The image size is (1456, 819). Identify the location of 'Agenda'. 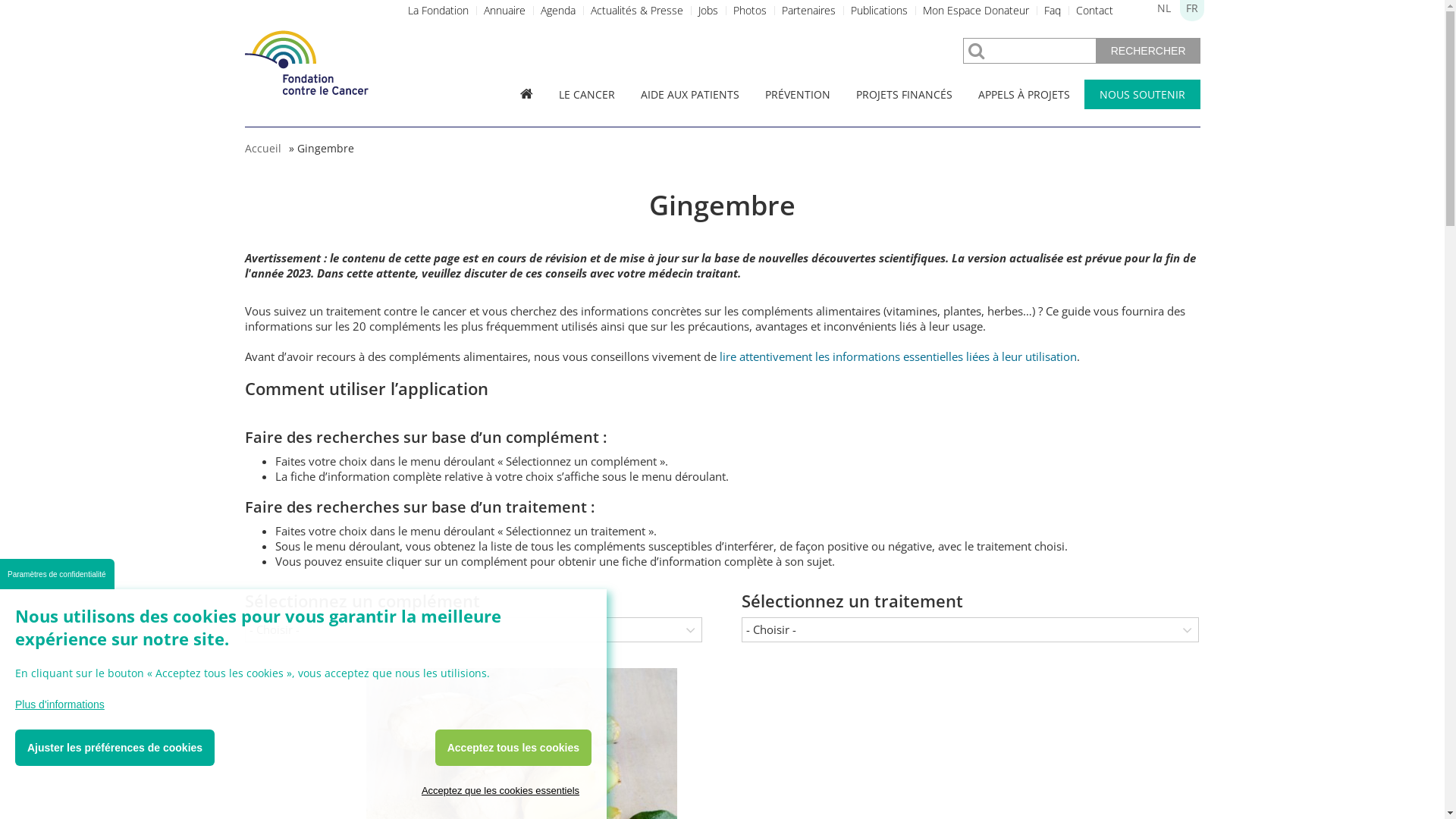
(556, 10).